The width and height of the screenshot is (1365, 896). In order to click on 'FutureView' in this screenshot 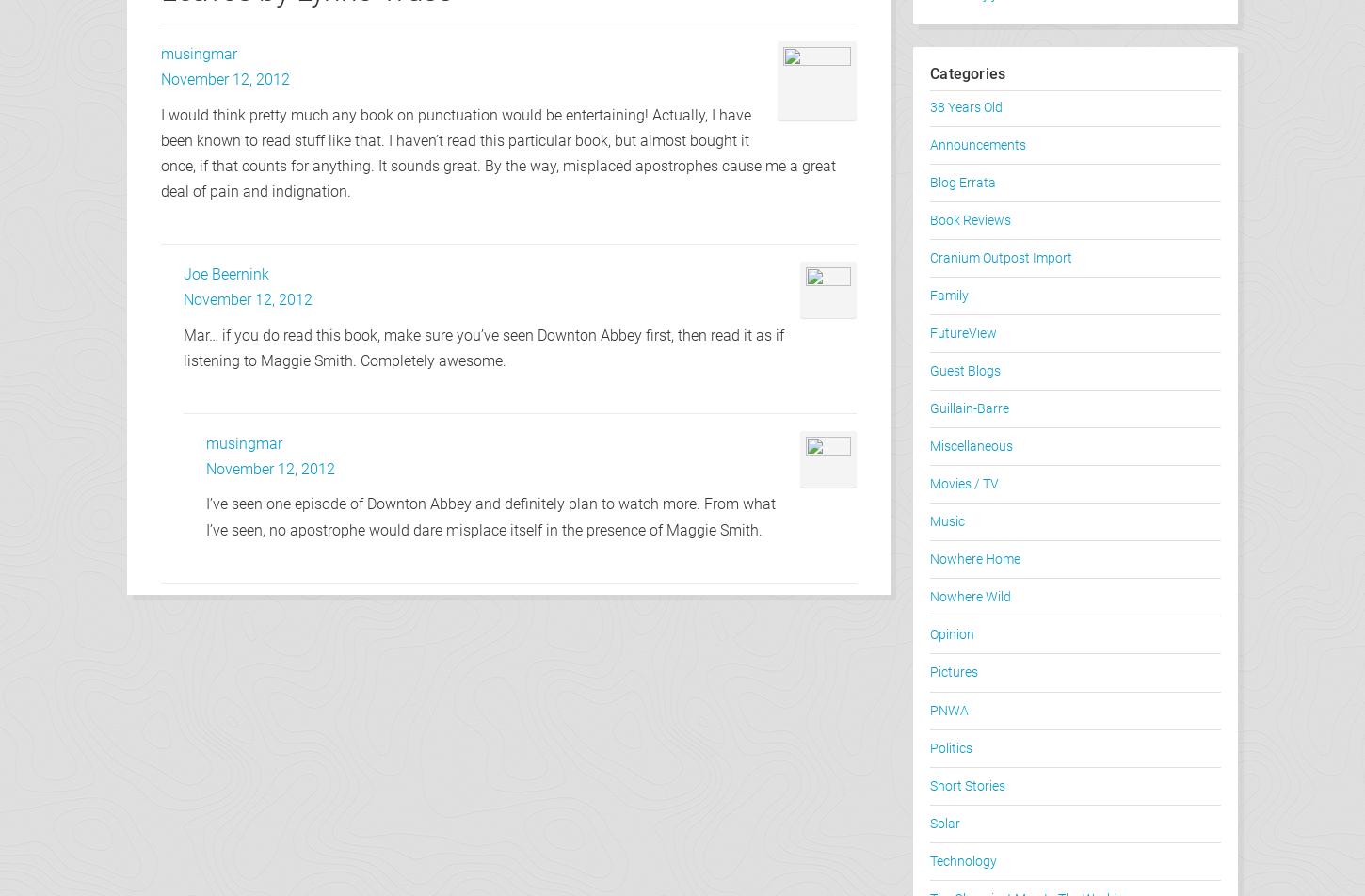, I will do `click(963, 333)`.